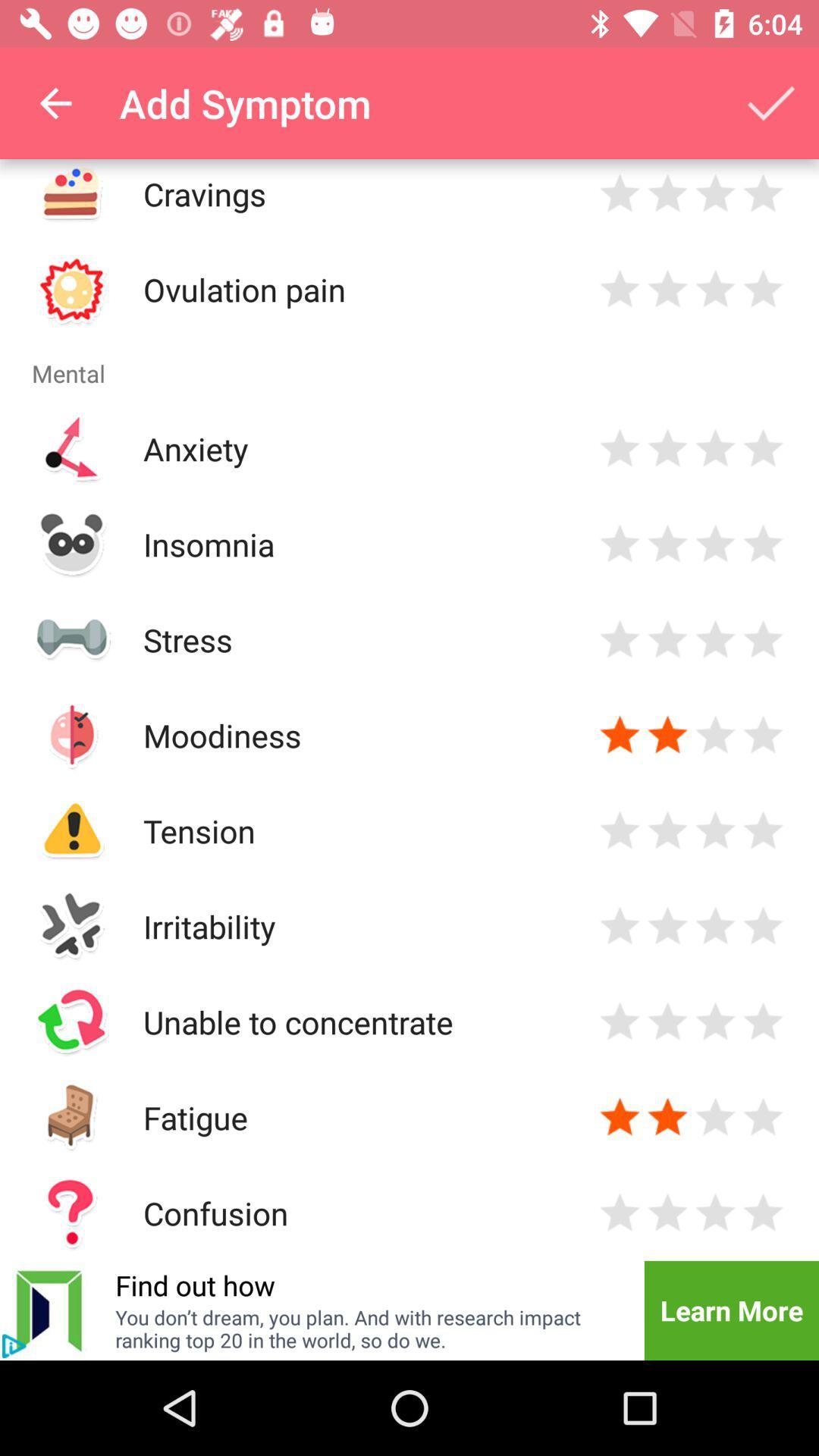 The height and width of the screenshot is (1456, 819). What do you see at coordinates (620, 1021) in the screenshot?
I see `rate 1 star` at bounding box center [620, 1021].